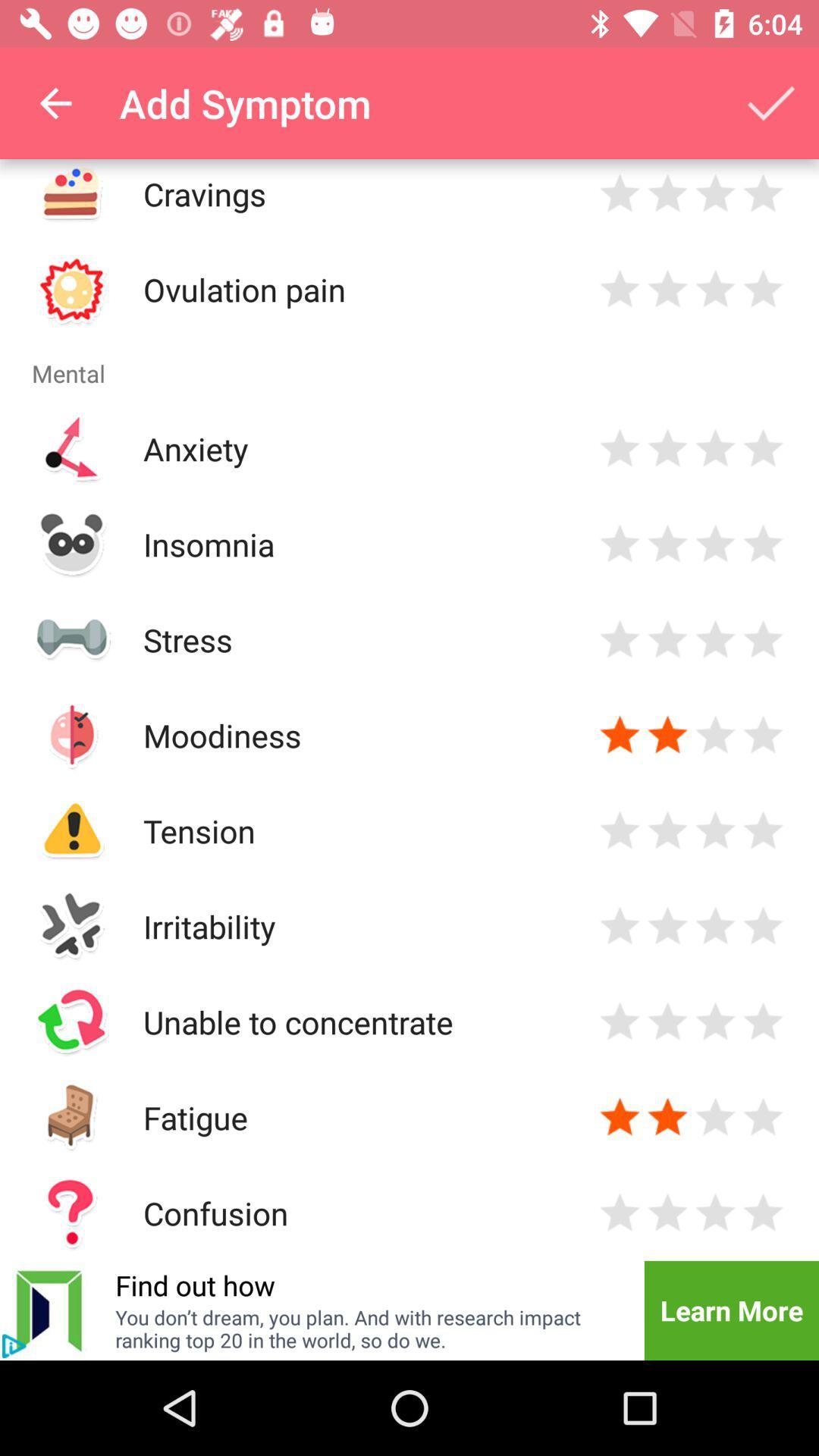 The height and width of the screenshot is (1456, 819). What do you see at coordinates (620, 1021) in the screenshot?
I see `rate 1 star` at bounding box center [620, 1021].